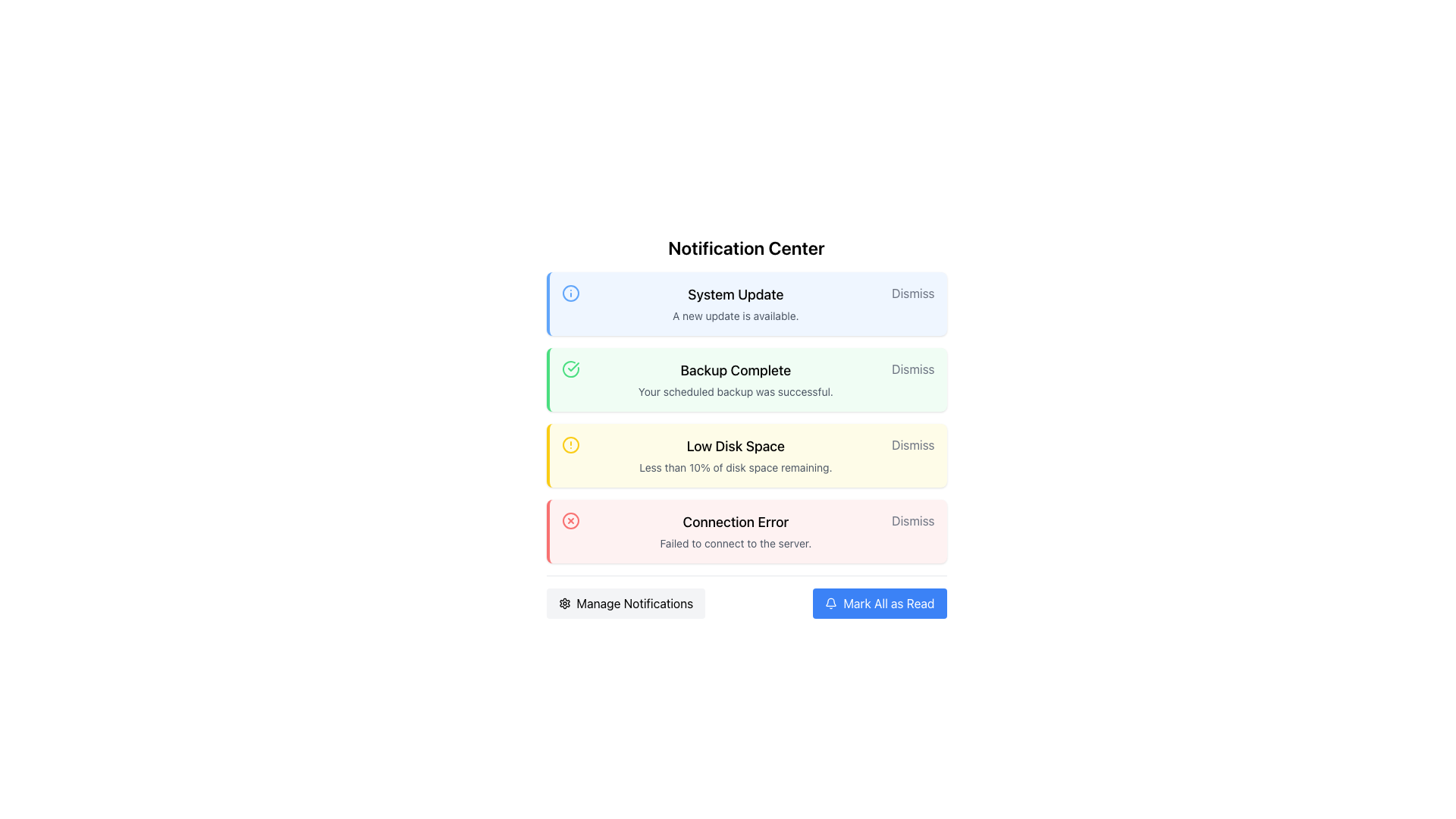 This screenshot has height=819, width=1456. I want to click on the Static Text Label that indicates a 'Connection Error' within the notification card section of the interface, so click(736, 522).